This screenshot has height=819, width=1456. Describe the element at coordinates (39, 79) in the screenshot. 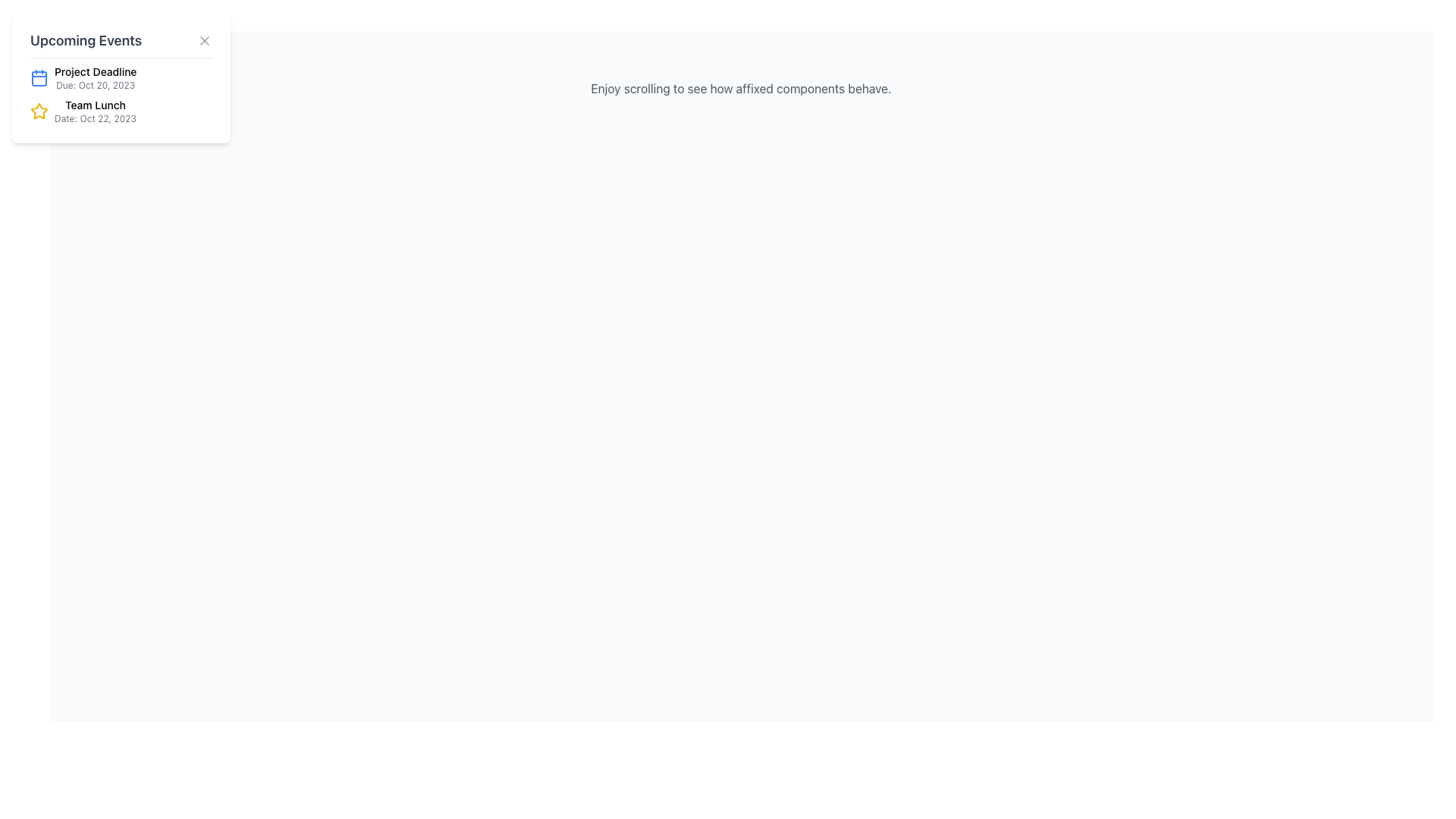

I see `the calendar icon which has a rectangular shape with rounded corners, located next to the text 'Project Deadline' in the 'Upcoming Events' section` at that location.